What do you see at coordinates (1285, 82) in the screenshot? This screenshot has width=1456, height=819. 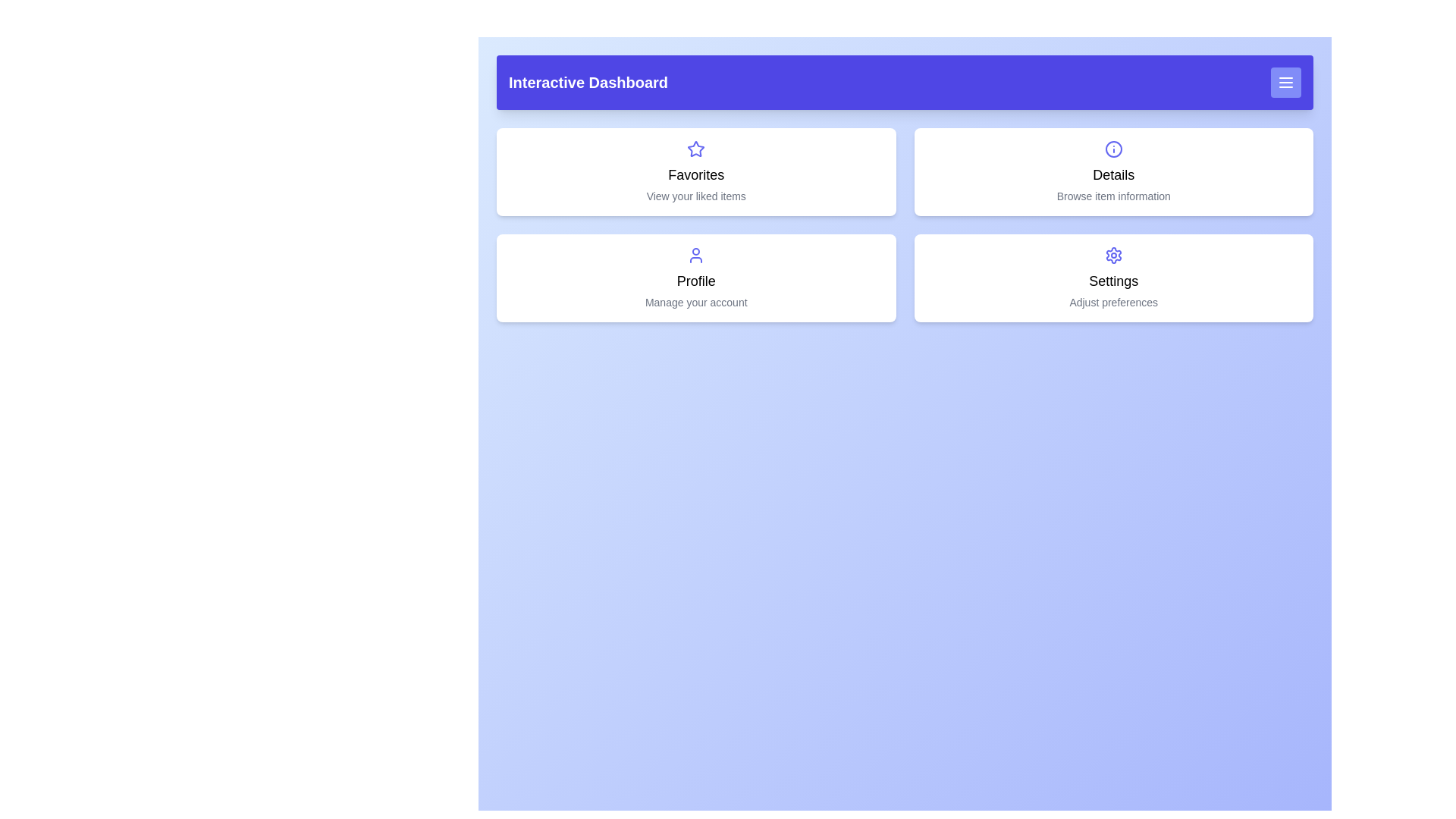 I see `hamburger button to toggle the menu visibility` at bounding box center [1285, 82].